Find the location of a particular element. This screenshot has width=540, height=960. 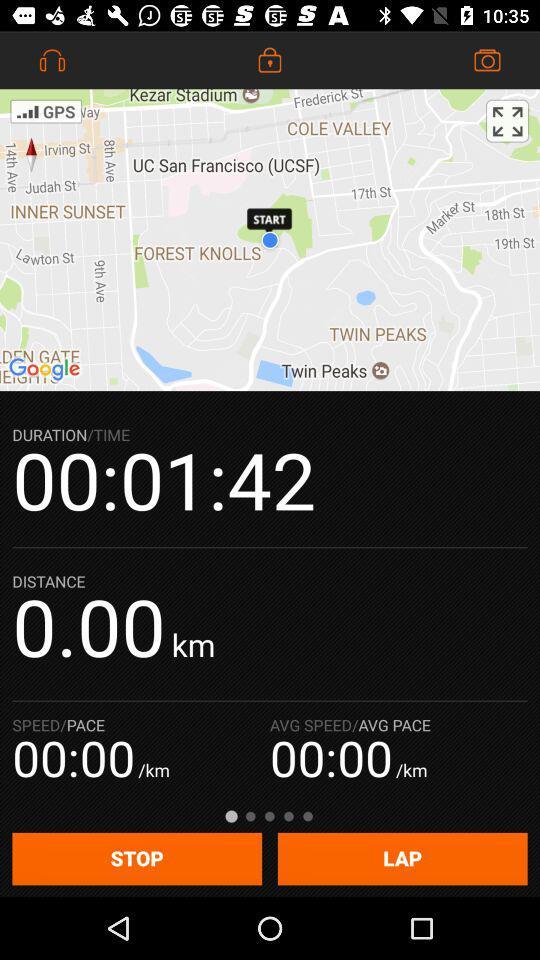

the expand icon is located at coordinates (507, 120).